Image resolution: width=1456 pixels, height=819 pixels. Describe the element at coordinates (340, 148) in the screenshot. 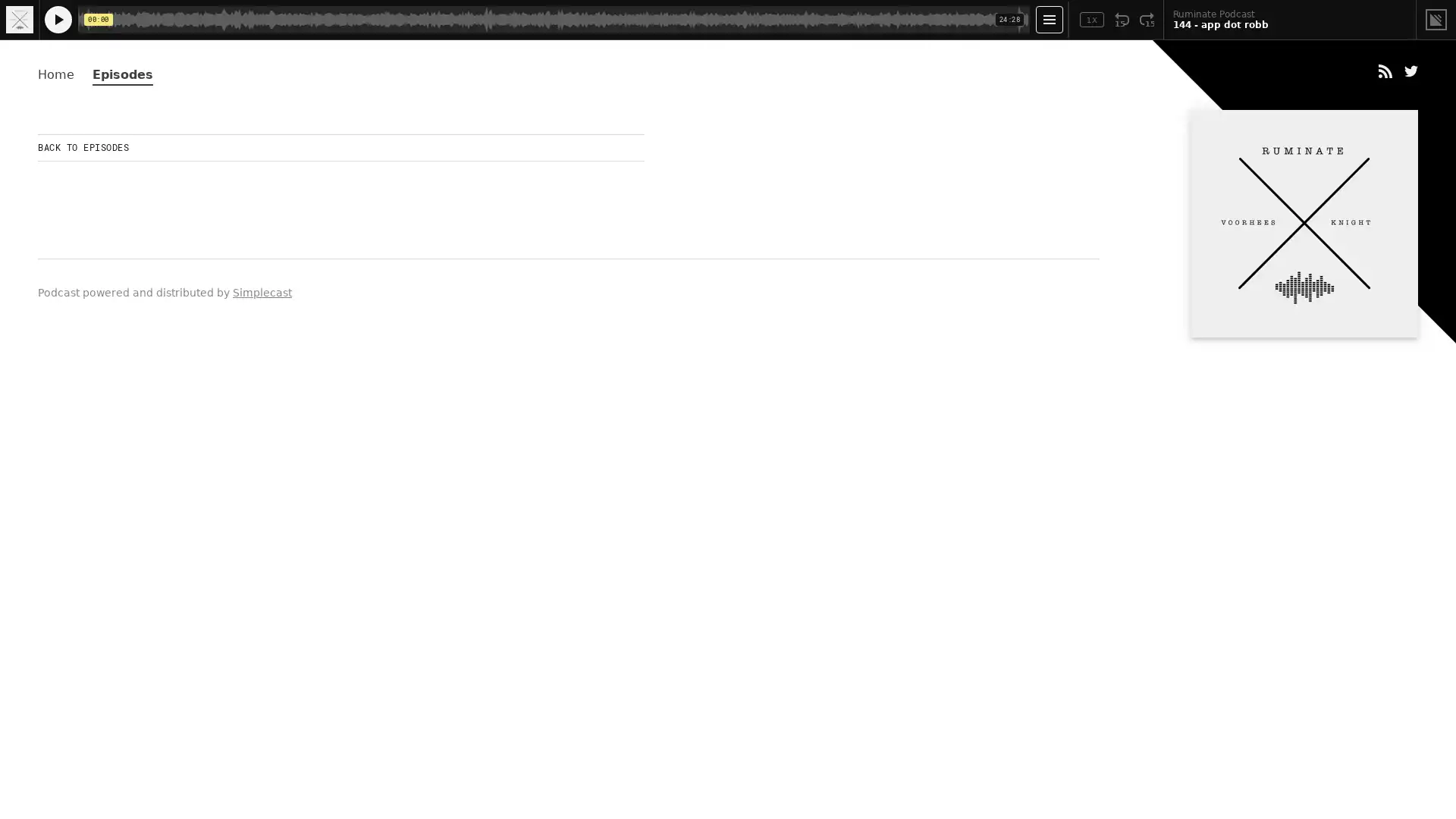

I see `BACK TO EPISODES` at that location.